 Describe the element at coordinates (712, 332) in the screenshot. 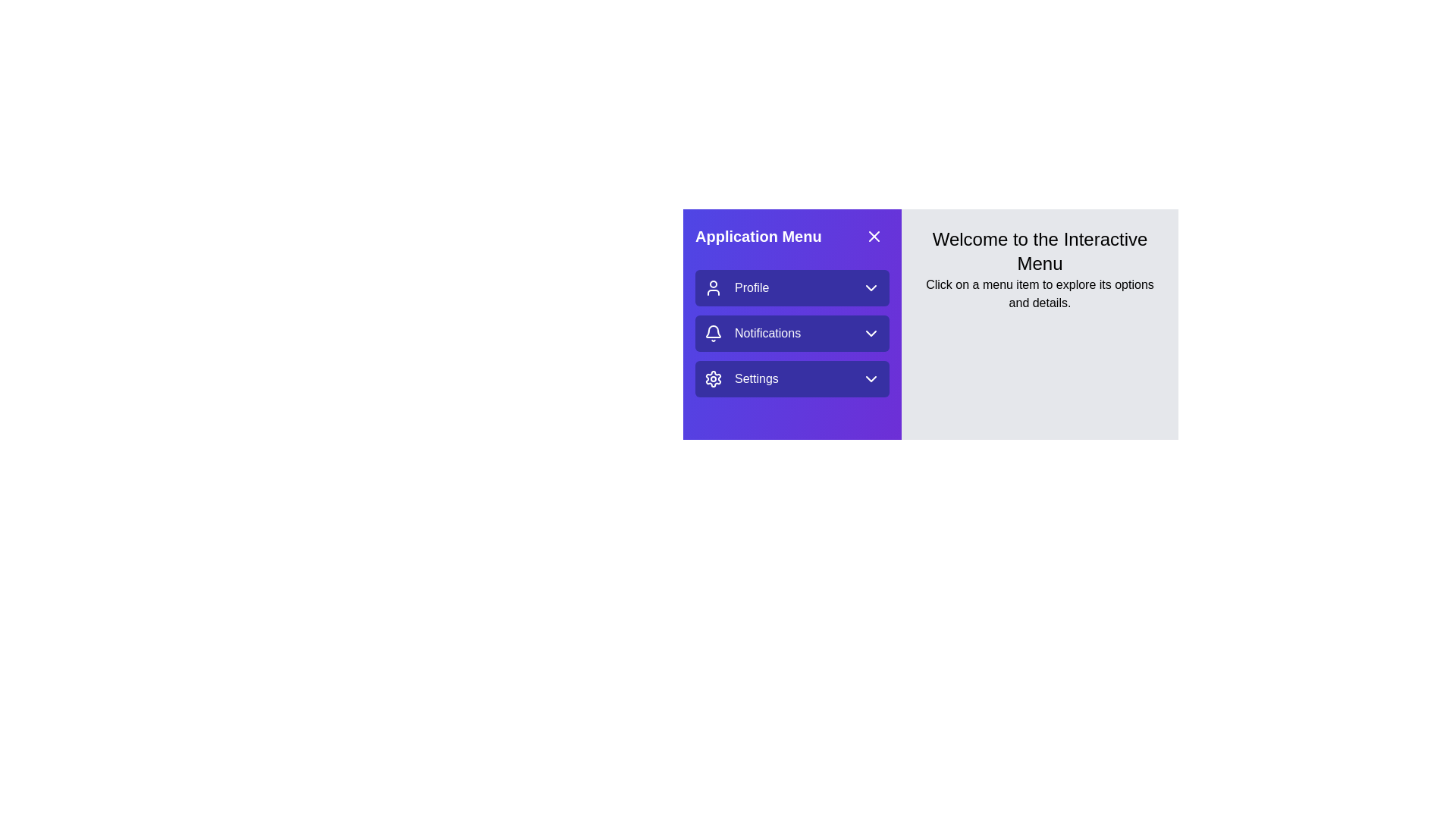

I see `the bell-shaped notification icon outlined with a white stroke on a purple background, located in the notifications menu to the left of the text 'Notifications'` at that location.